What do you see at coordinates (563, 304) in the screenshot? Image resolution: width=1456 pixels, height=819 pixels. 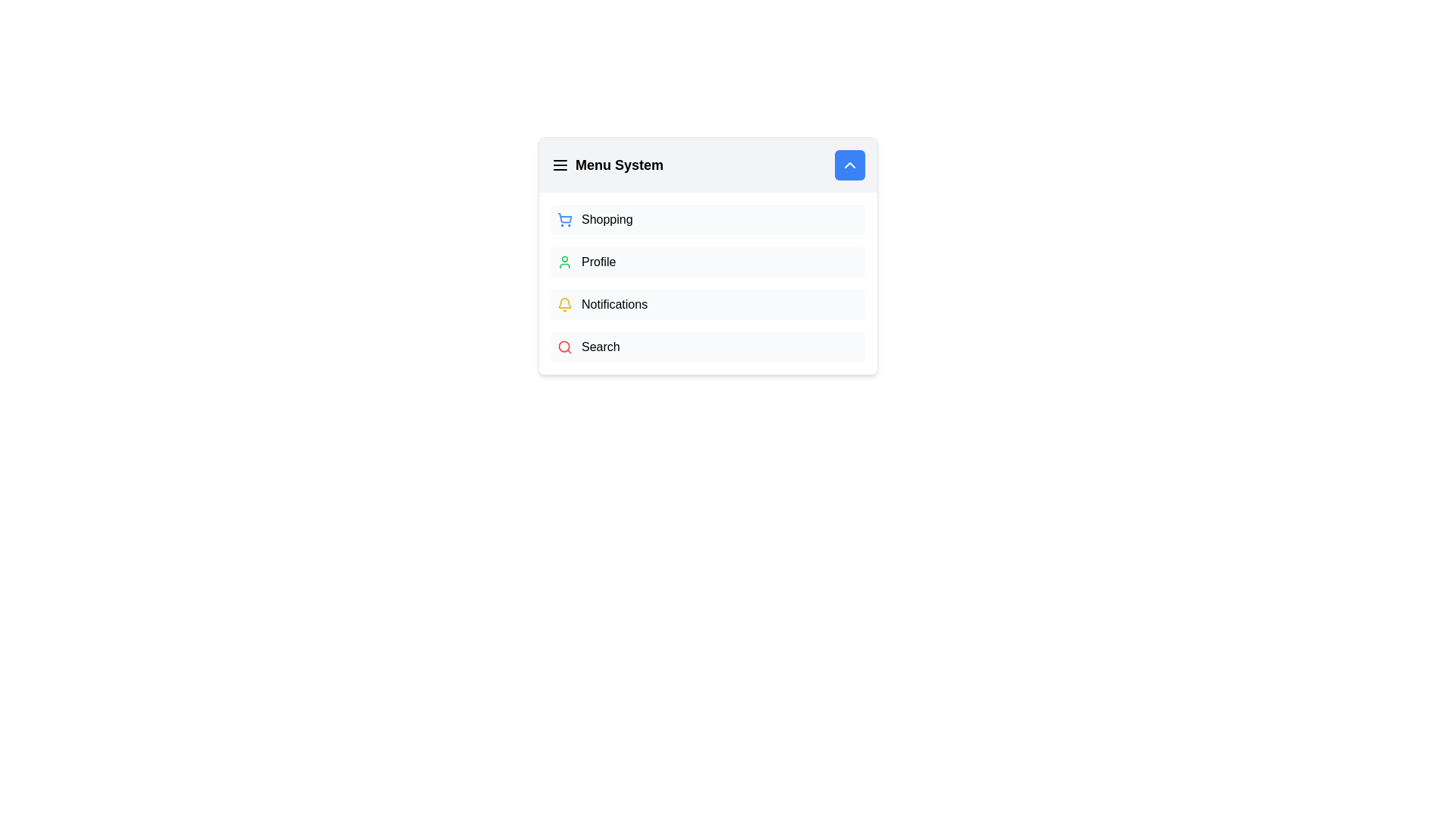 I see `the bell icon representing notifications, located within the 'Notifications' menu item, which is the third entry in the dropdown menu` at bounding box center [563, 304].